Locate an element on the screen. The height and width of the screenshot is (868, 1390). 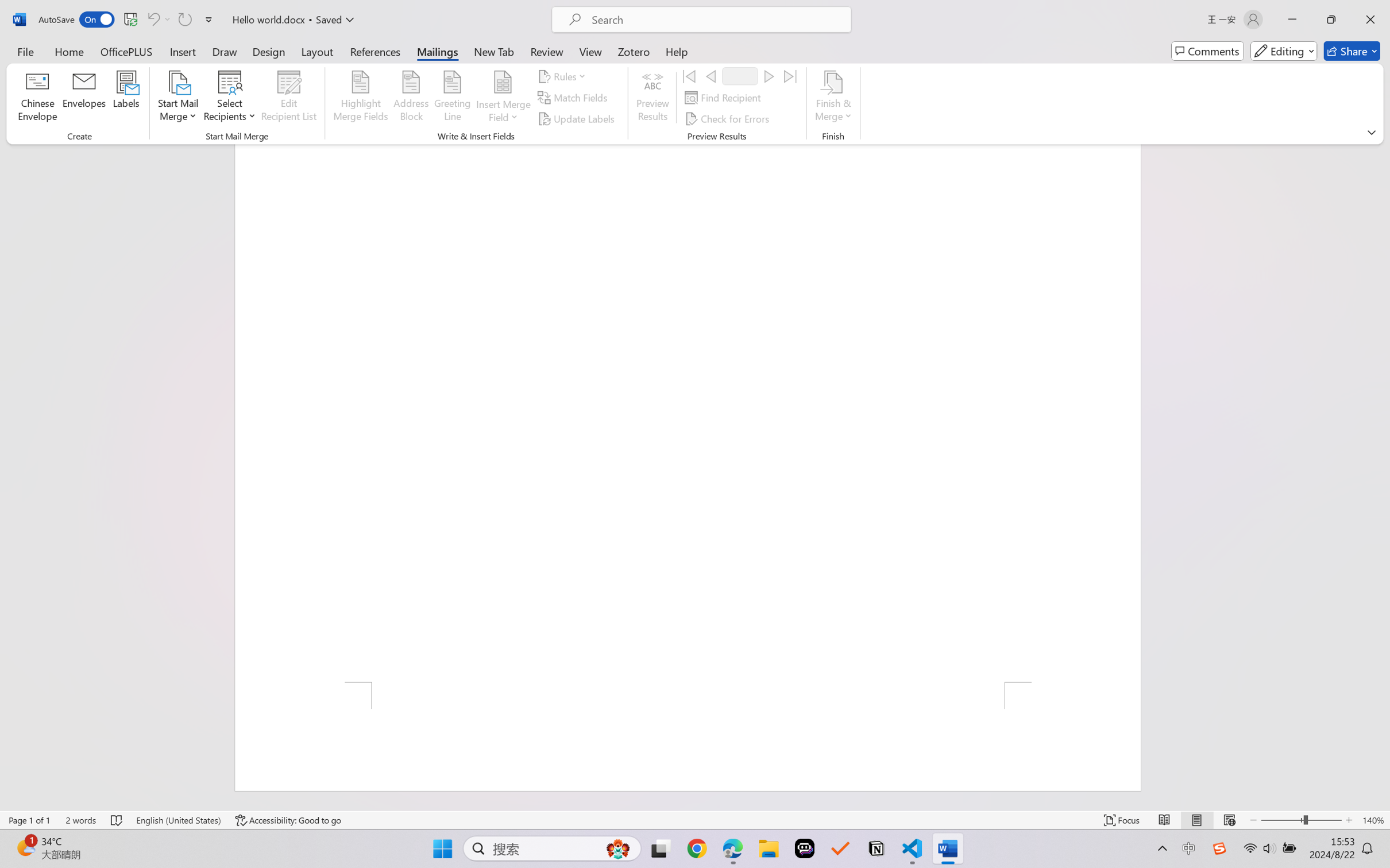
'Page Number Page 1 of 1' is located at coordinates (30, 820).